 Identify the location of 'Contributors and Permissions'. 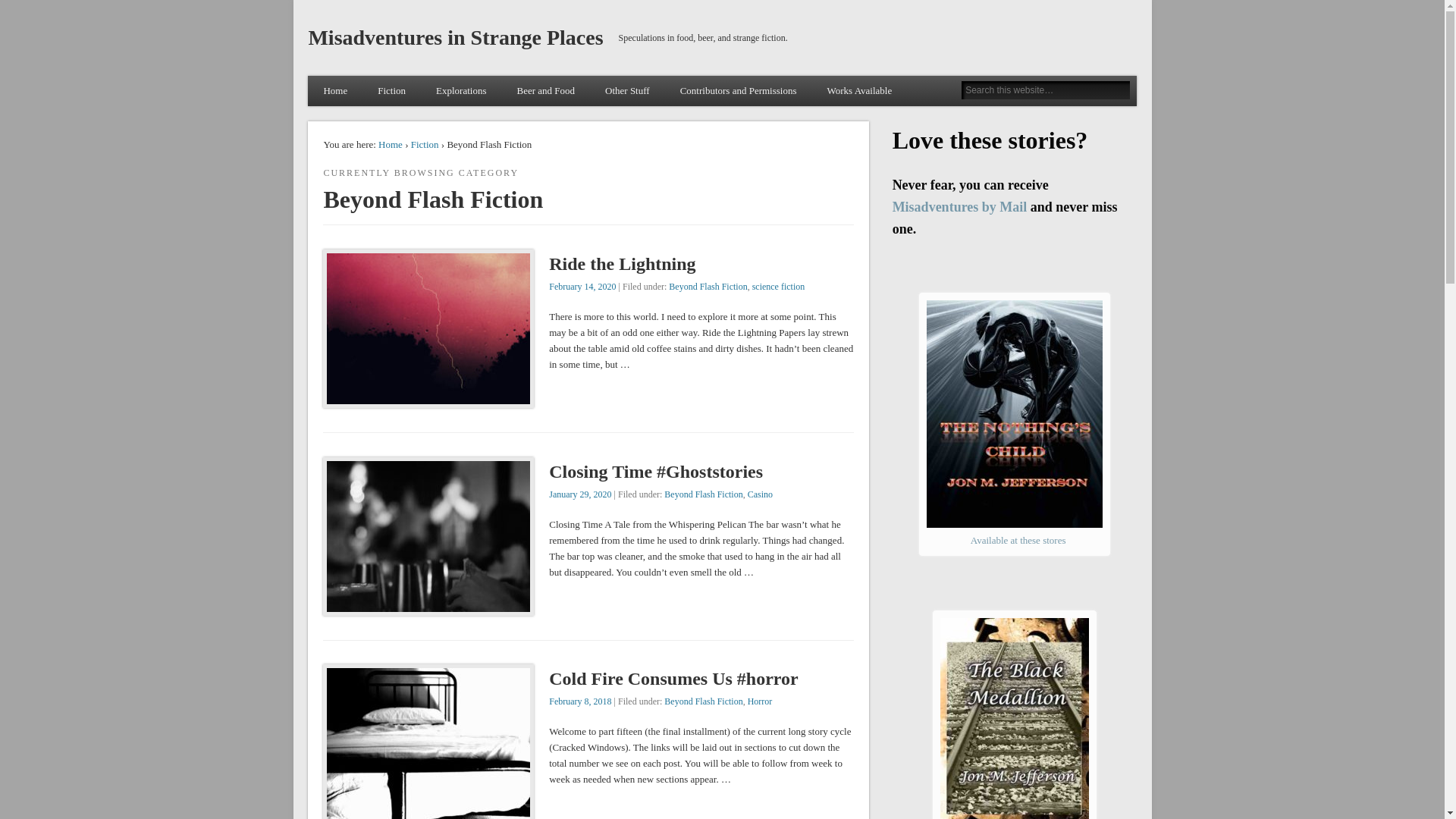
(665, 90).